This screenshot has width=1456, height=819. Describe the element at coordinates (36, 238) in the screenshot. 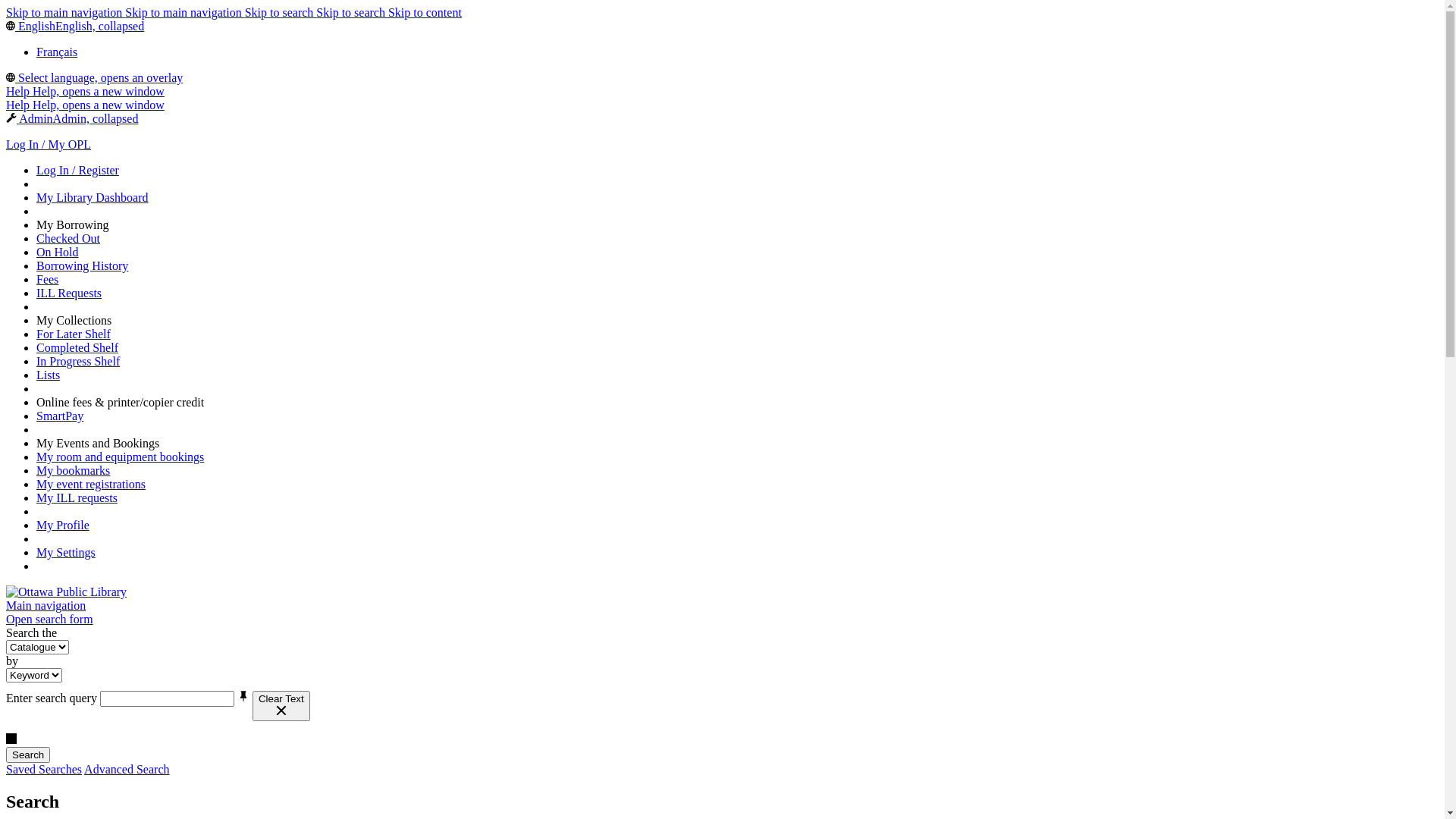

I see `'Checked Out'` at that location.